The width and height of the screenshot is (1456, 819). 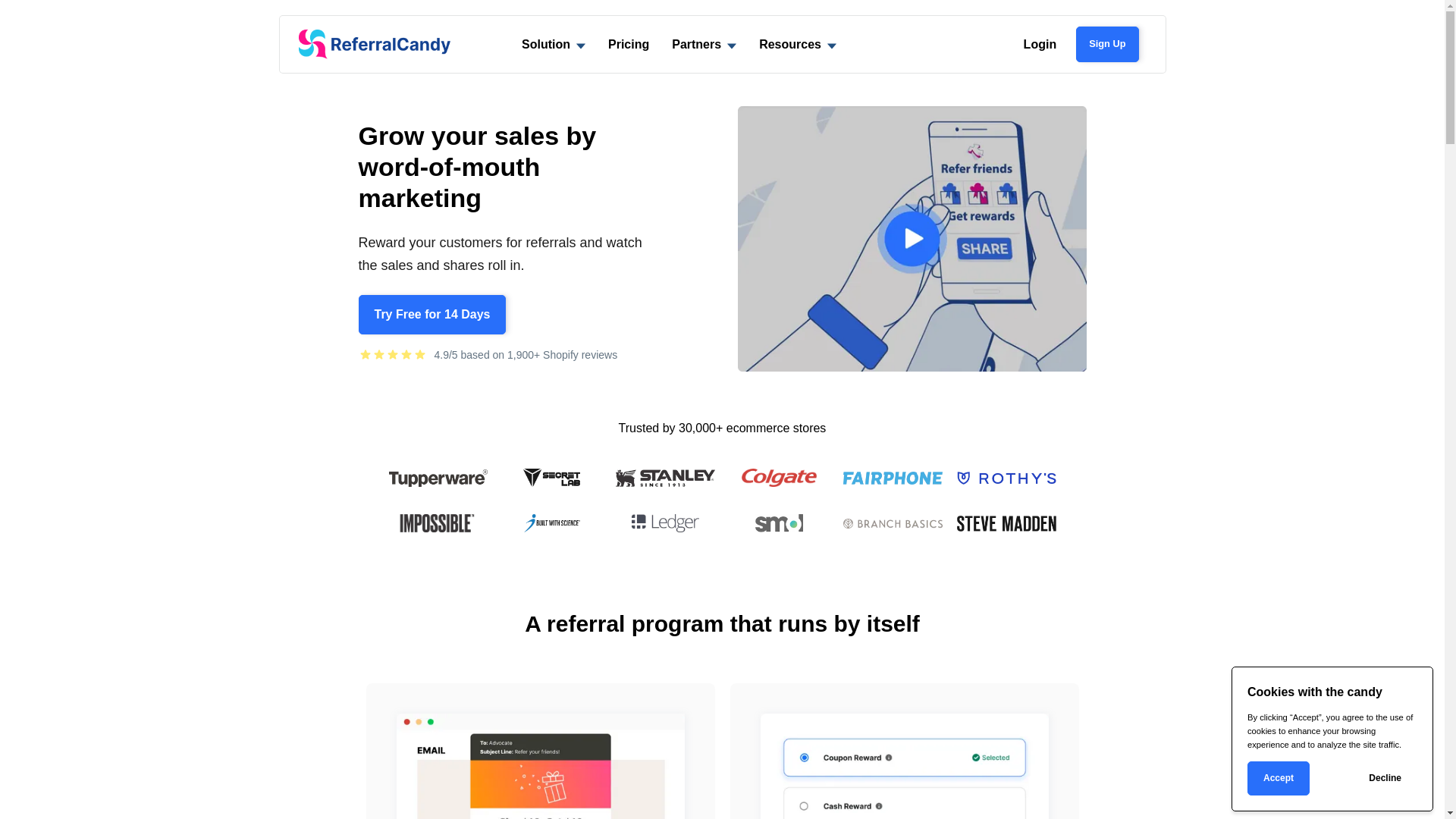 I want to click on 'Login', so click(x=1040, y=43).